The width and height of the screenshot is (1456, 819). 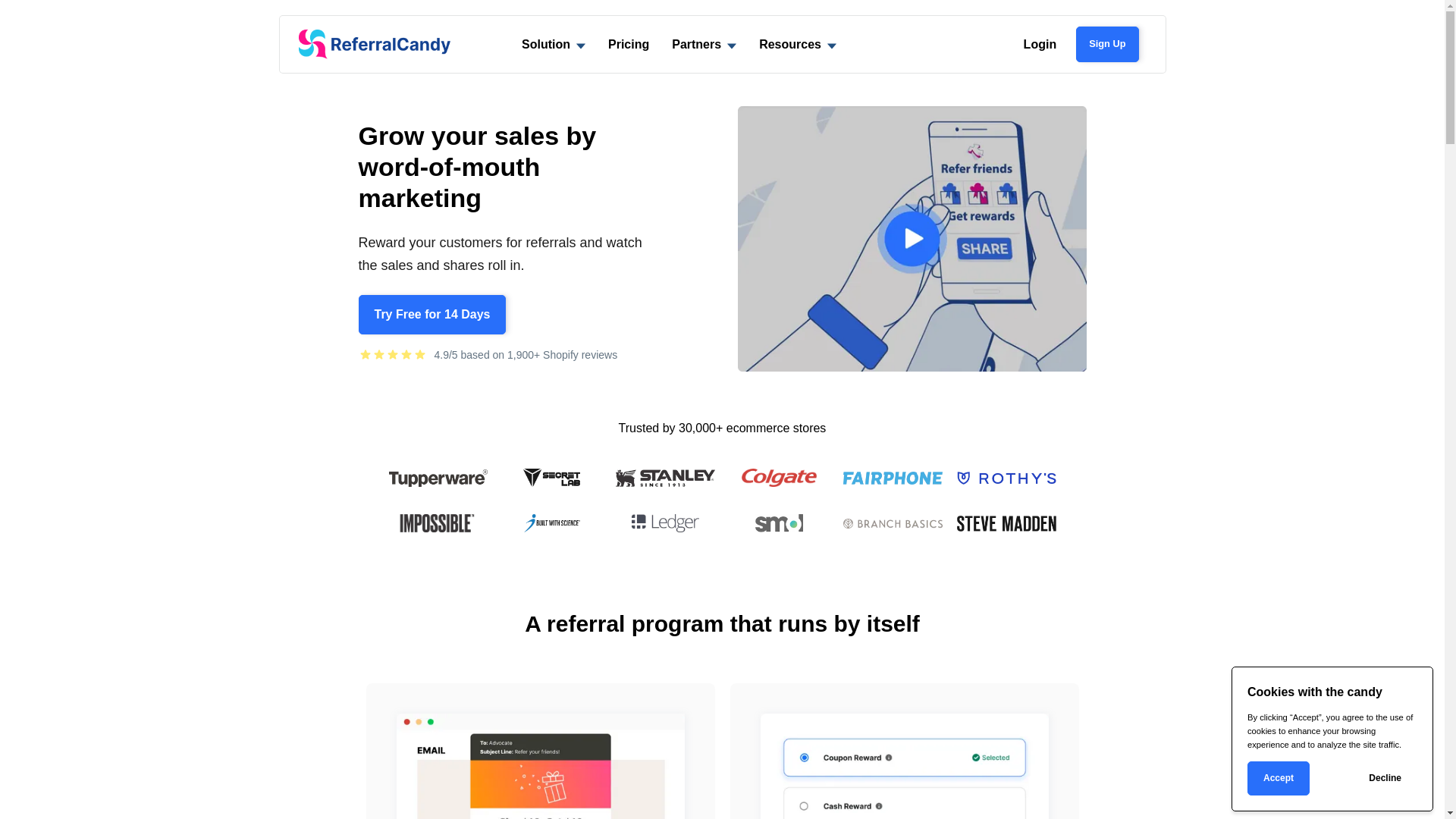 I want to click on 'Login', so click(x=1040, y=43).